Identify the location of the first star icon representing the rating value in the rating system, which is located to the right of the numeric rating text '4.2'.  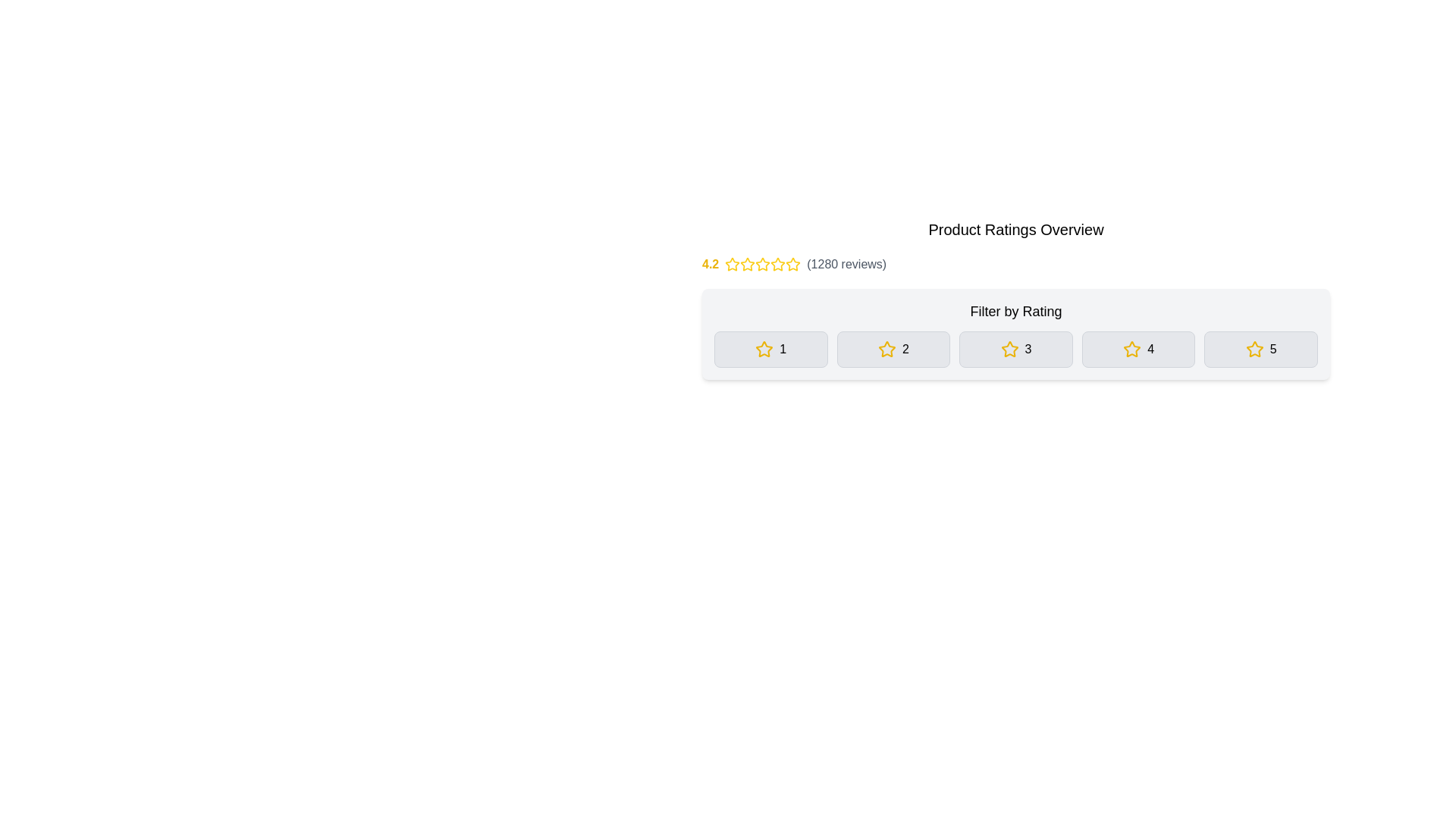
(733, 263).